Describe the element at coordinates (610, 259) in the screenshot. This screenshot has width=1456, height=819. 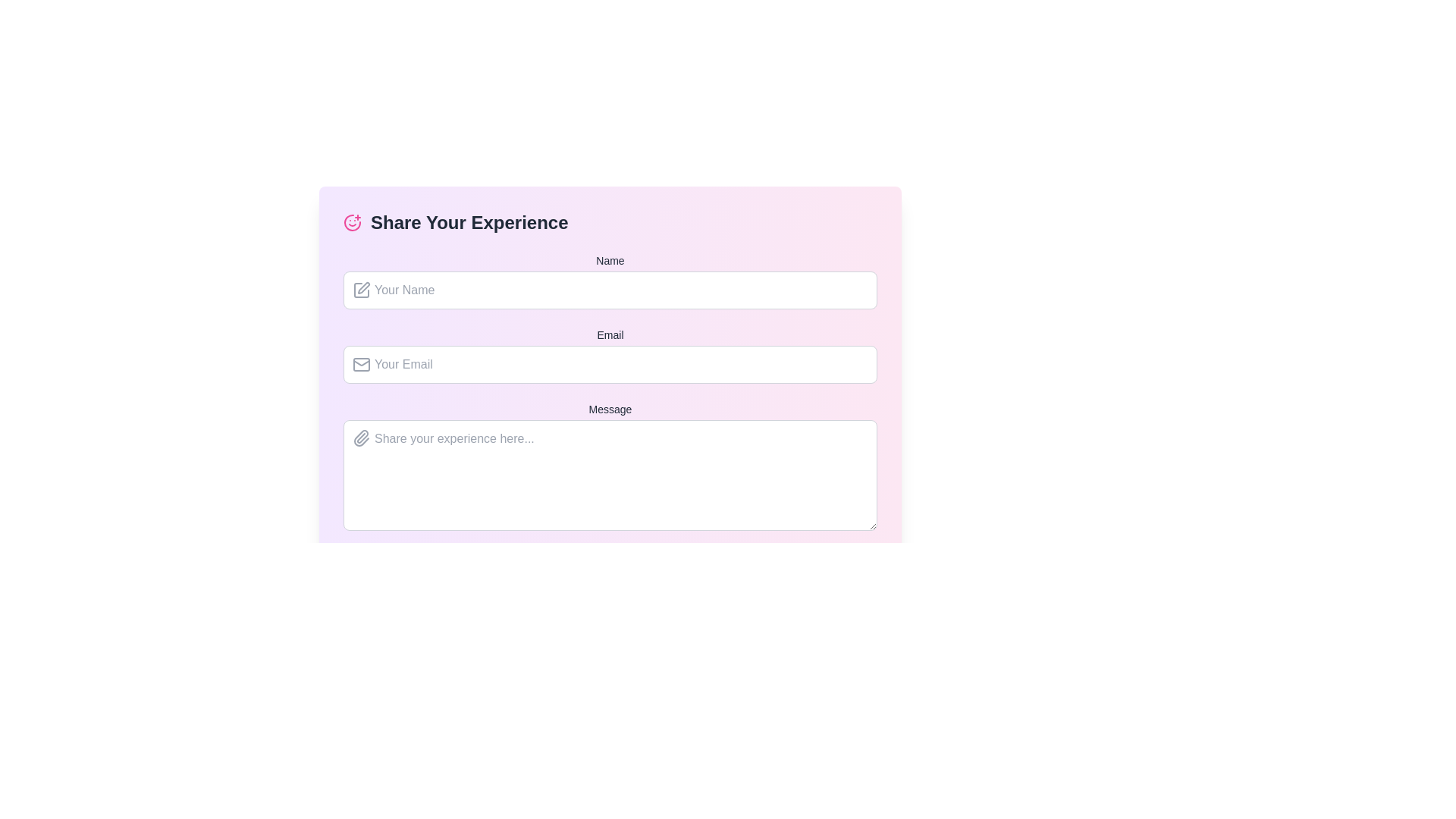
I see `the label that provides context for the input field below, located above the first input field in the form` at that location.